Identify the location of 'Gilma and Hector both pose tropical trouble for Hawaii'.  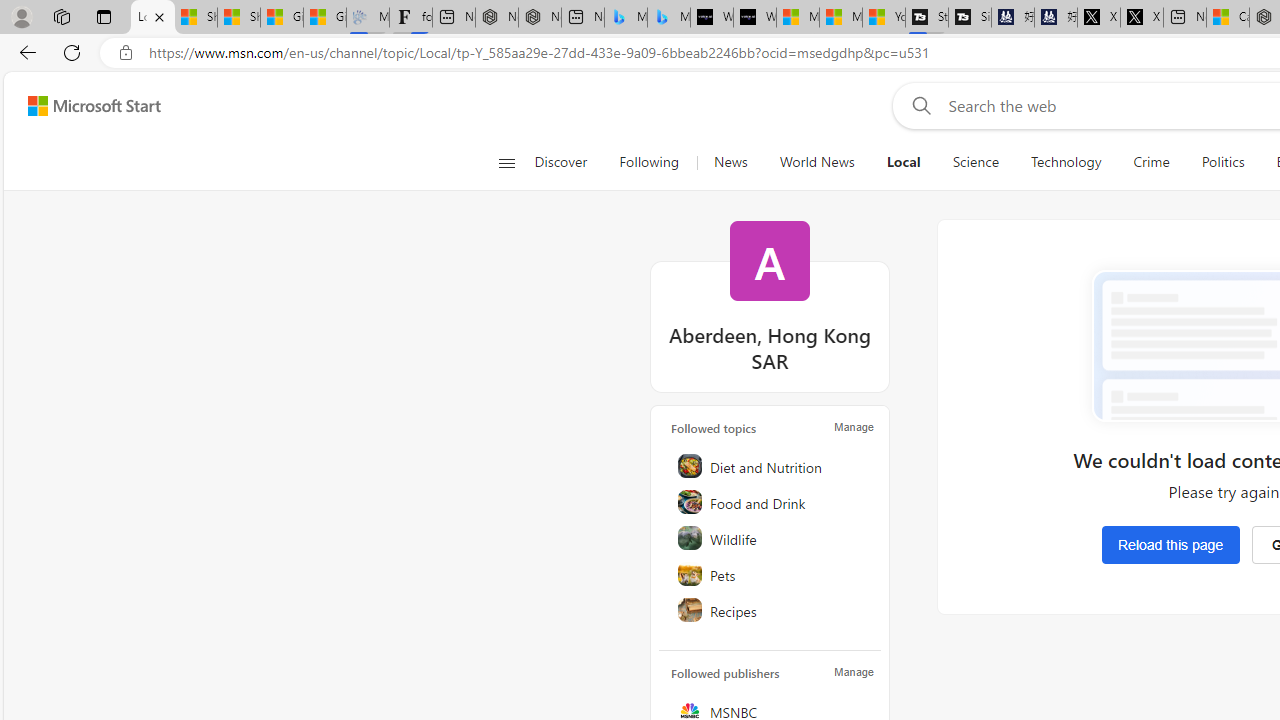
(324, 17).